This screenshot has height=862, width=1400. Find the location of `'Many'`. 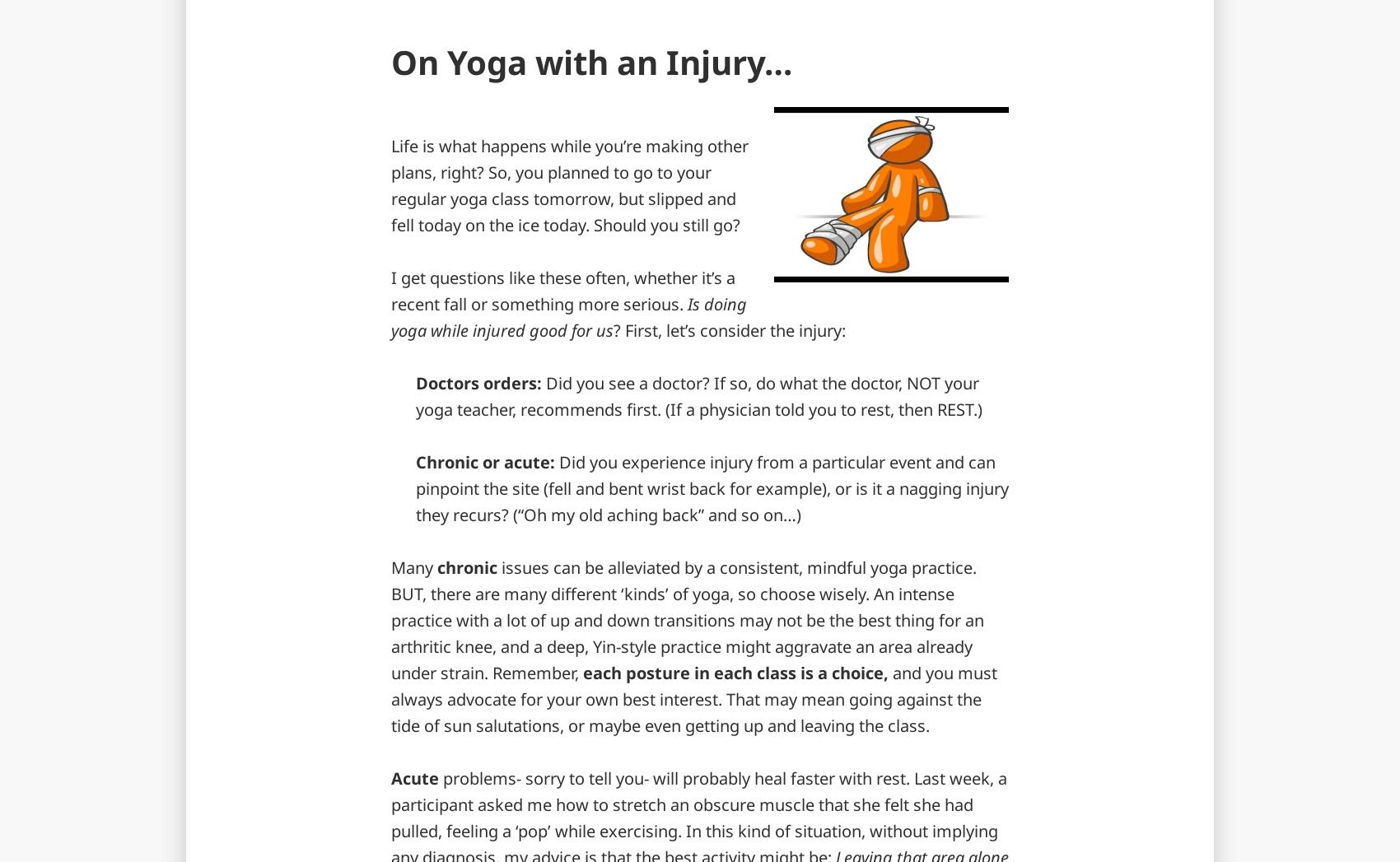

'Many' is located at coordinates (412, 566).